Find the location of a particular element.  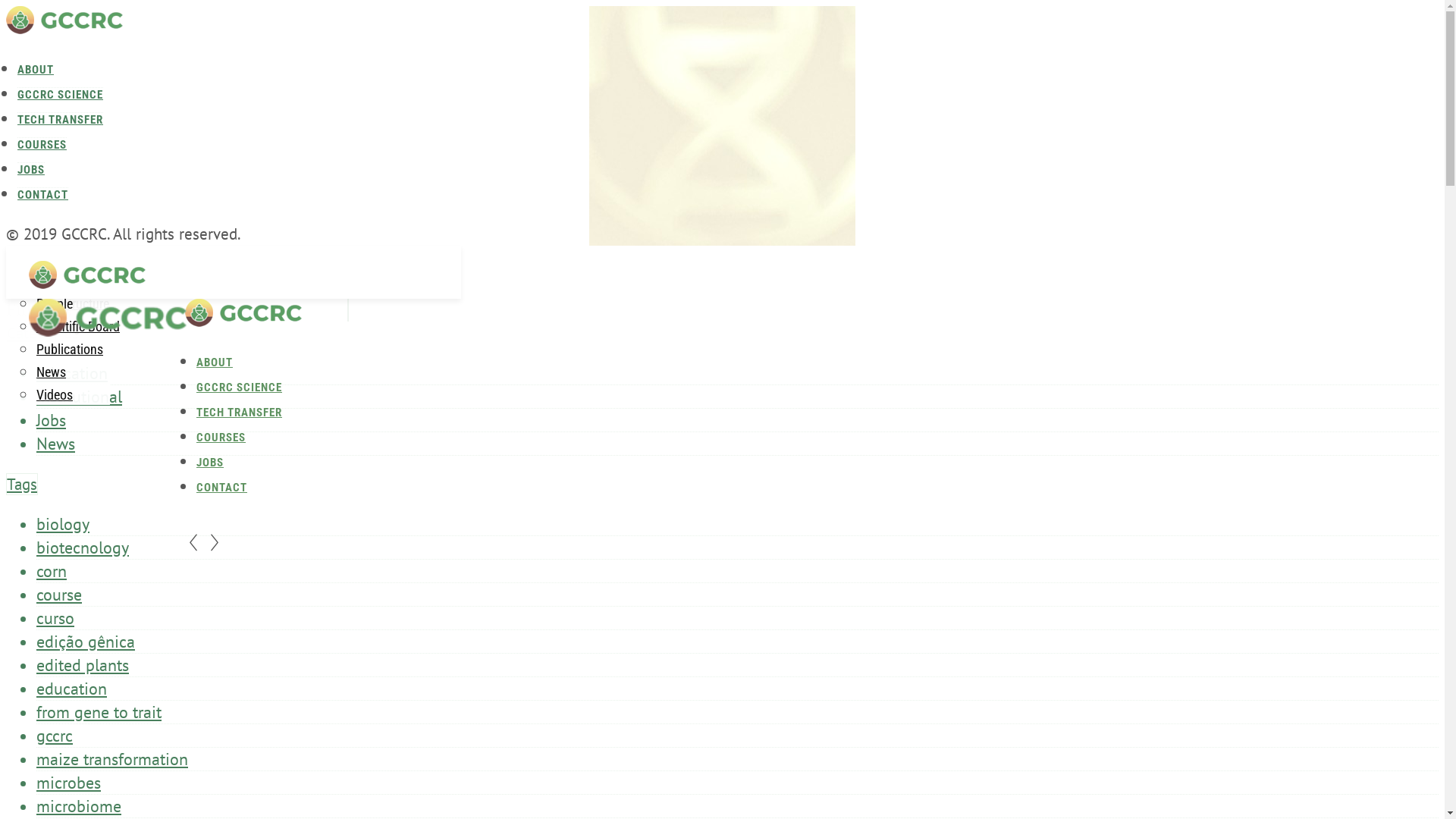

'Home' is located at coordinates (29, 283).